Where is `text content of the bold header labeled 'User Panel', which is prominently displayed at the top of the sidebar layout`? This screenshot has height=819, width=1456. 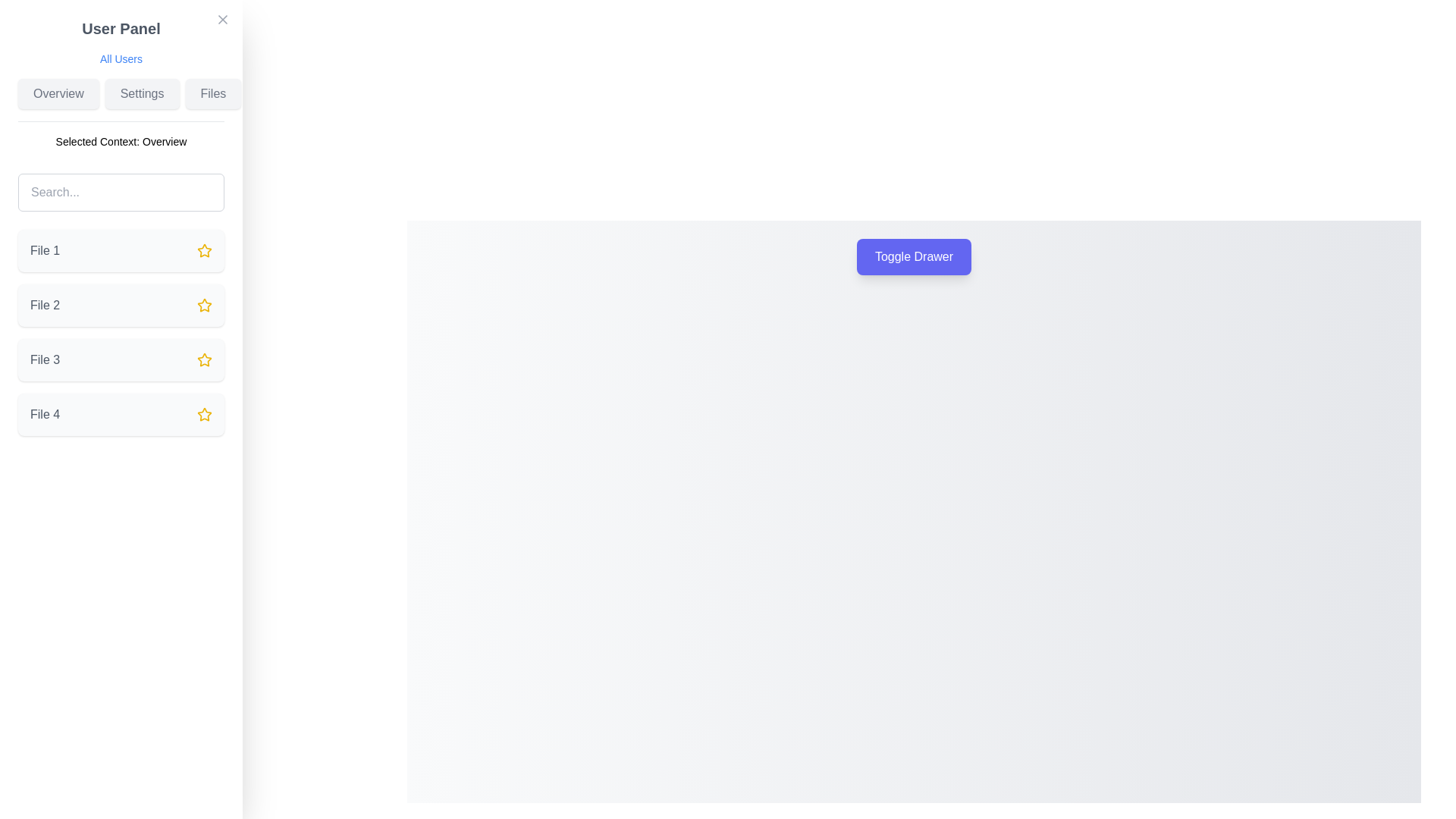
text content of the bold header labeled 'User Panel', which is prominently displayed at the top of the sidebar layout is located at coordinates (120, 29).